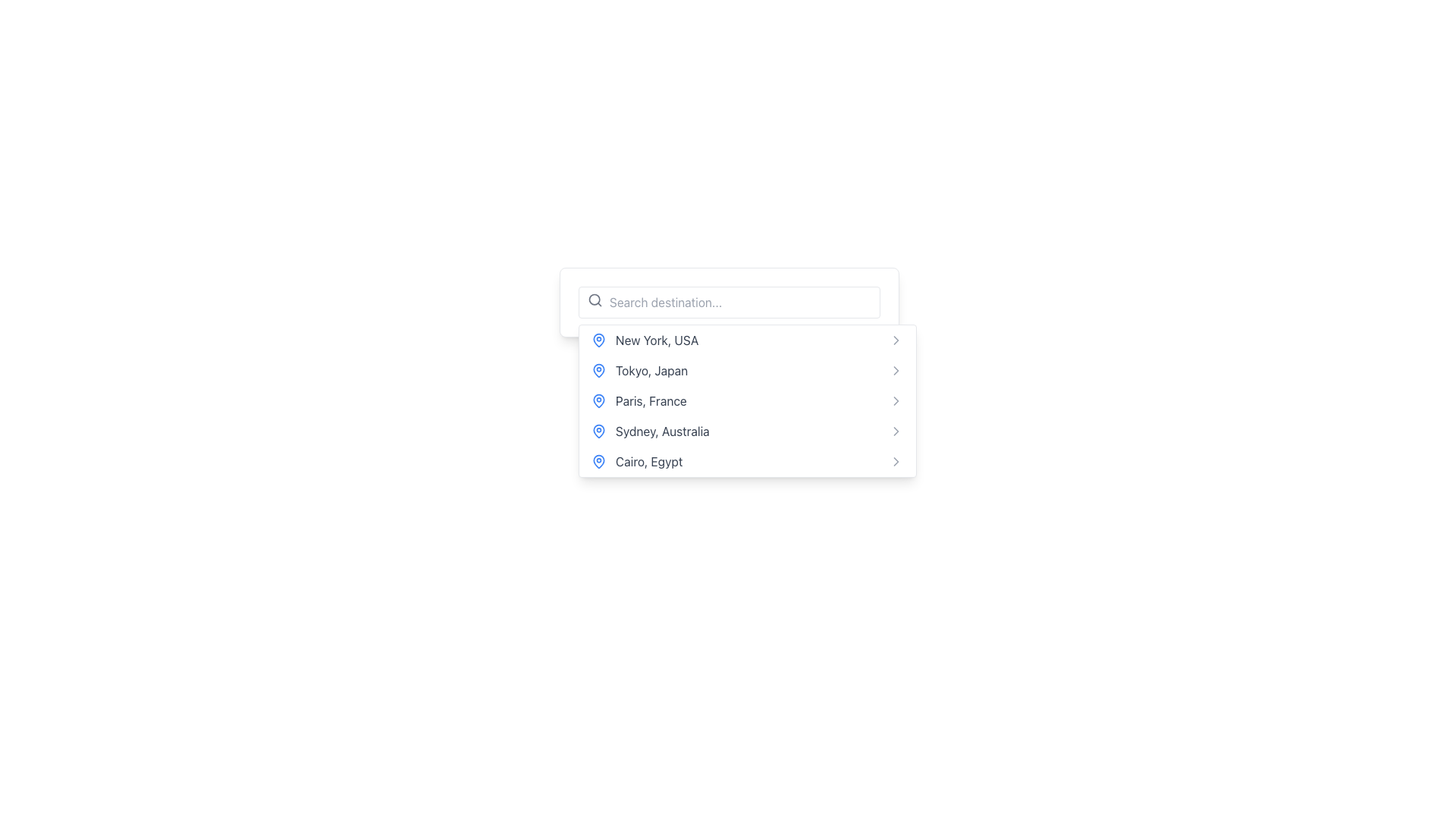 This screenshot has width=1456, height=819. What do you see at coordinates (747, 339) in the screenshot?
I see `the row in the dropdown menu displaying 'New York, USA'` at bounding box center [747, 339].